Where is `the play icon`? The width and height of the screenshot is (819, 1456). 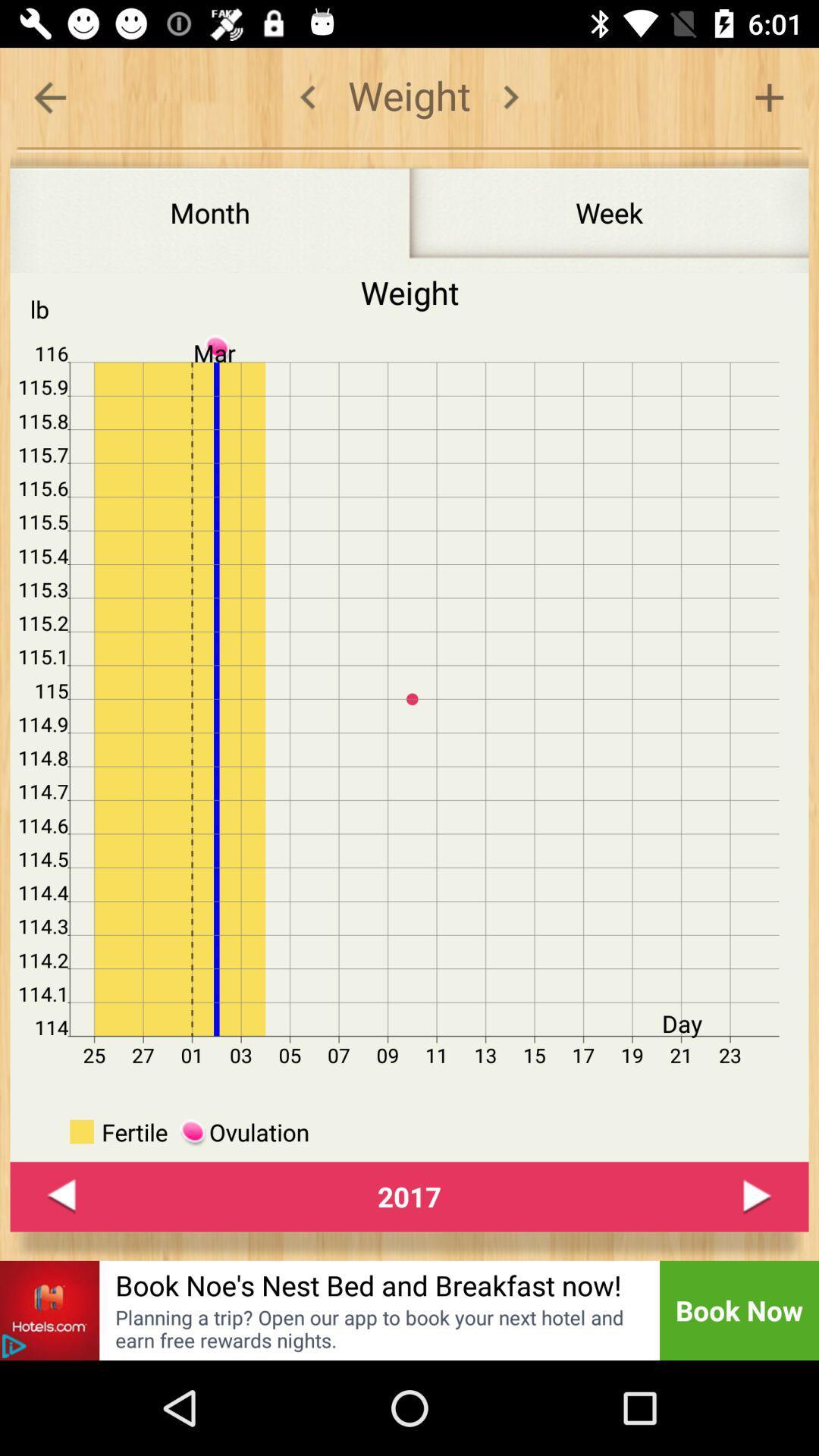 the play icon is located at coordinates (758, 1196).